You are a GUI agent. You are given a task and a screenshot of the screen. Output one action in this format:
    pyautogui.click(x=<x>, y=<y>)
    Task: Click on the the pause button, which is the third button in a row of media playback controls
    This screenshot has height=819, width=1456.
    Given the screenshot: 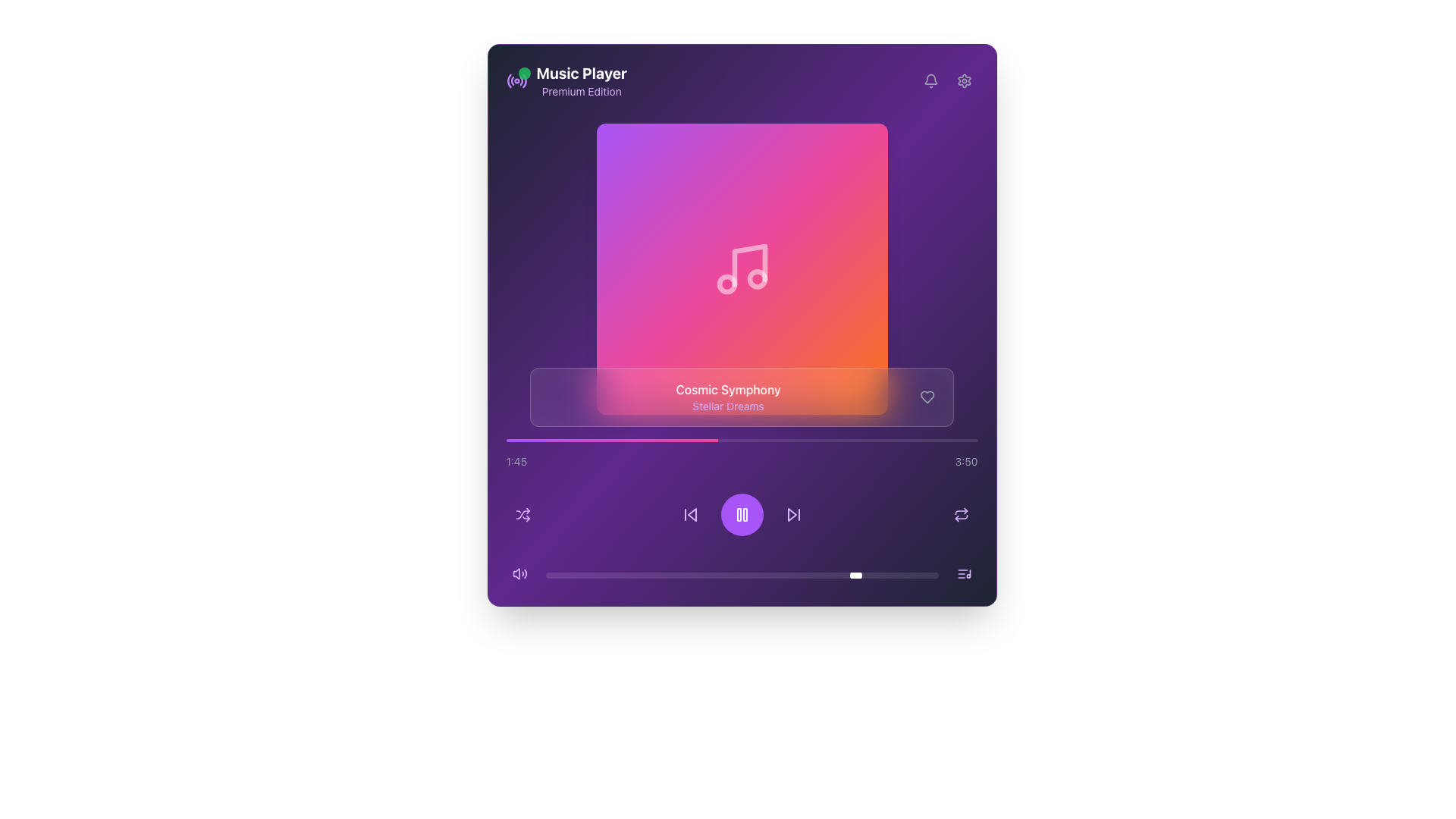 What is the action you would take?
    pyautogui.click(x=742, y=513)
    